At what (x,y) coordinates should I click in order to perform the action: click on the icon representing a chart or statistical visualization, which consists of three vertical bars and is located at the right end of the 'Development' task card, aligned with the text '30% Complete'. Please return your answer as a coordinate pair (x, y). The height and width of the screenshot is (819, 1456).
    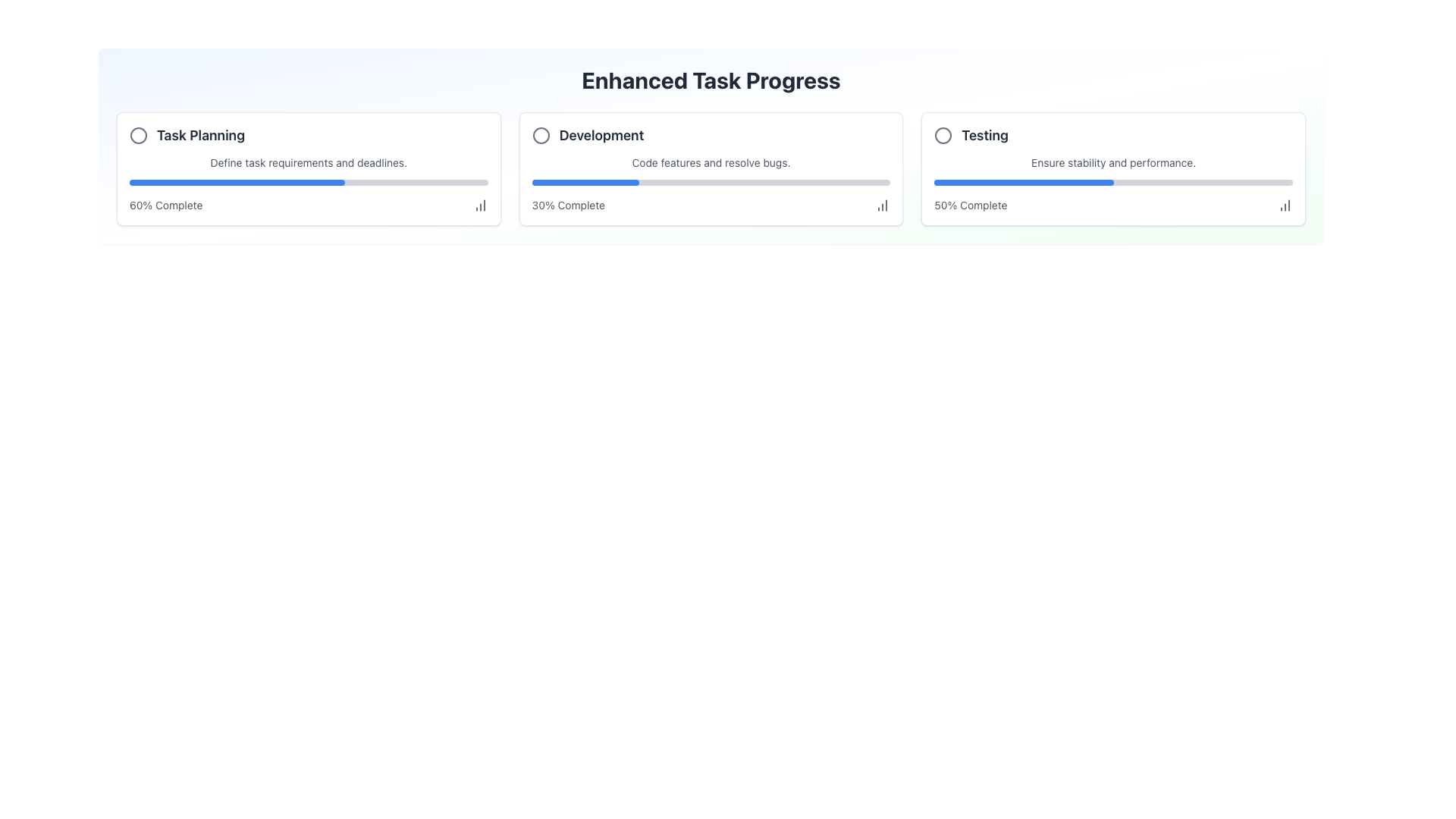
    Looking at the image, I should click on (883, 205).